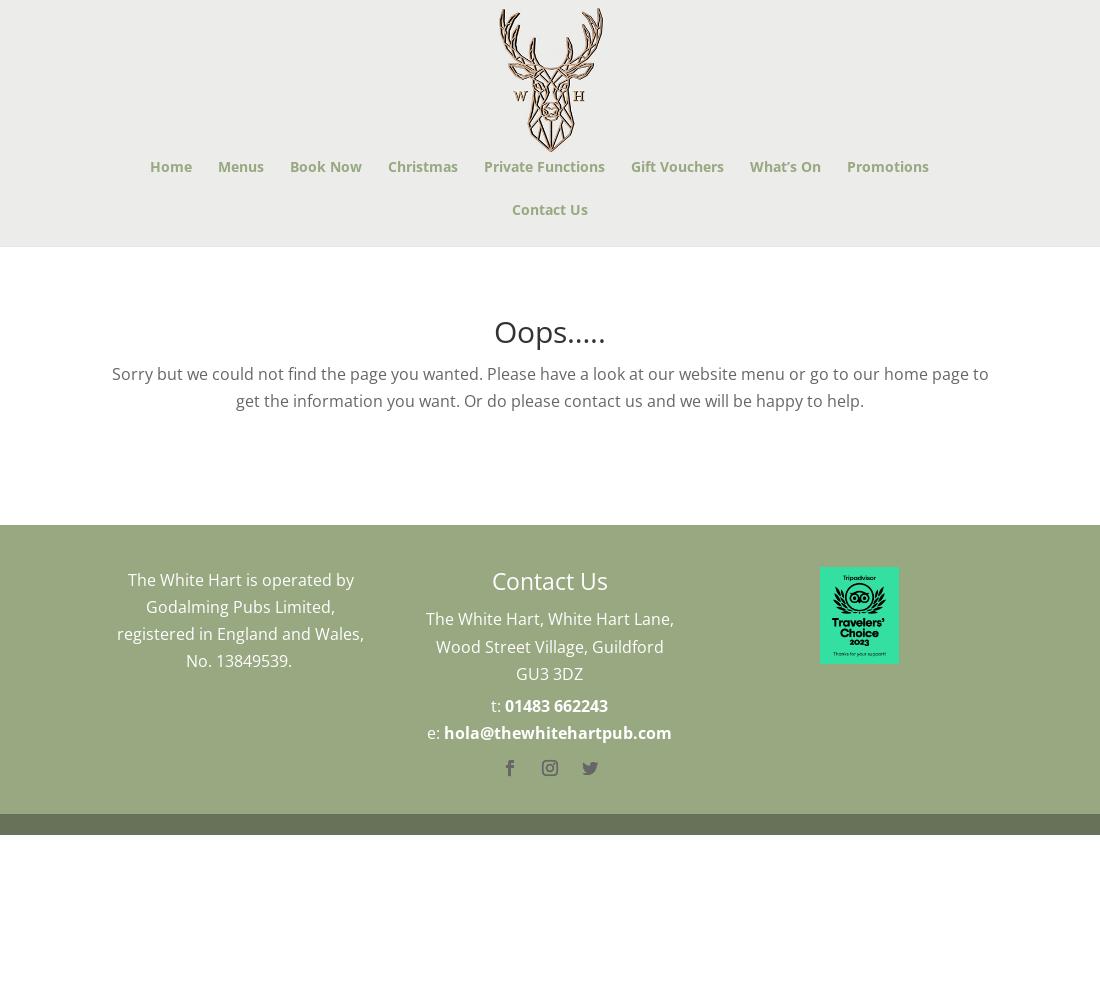  What do you see at coordinates (424, 646) in the screenshot?
I see `'The White Hart, White Hart Lane, Wood Street Village, Guildford GU3 3DZ'` at bounding box center [424, 646].